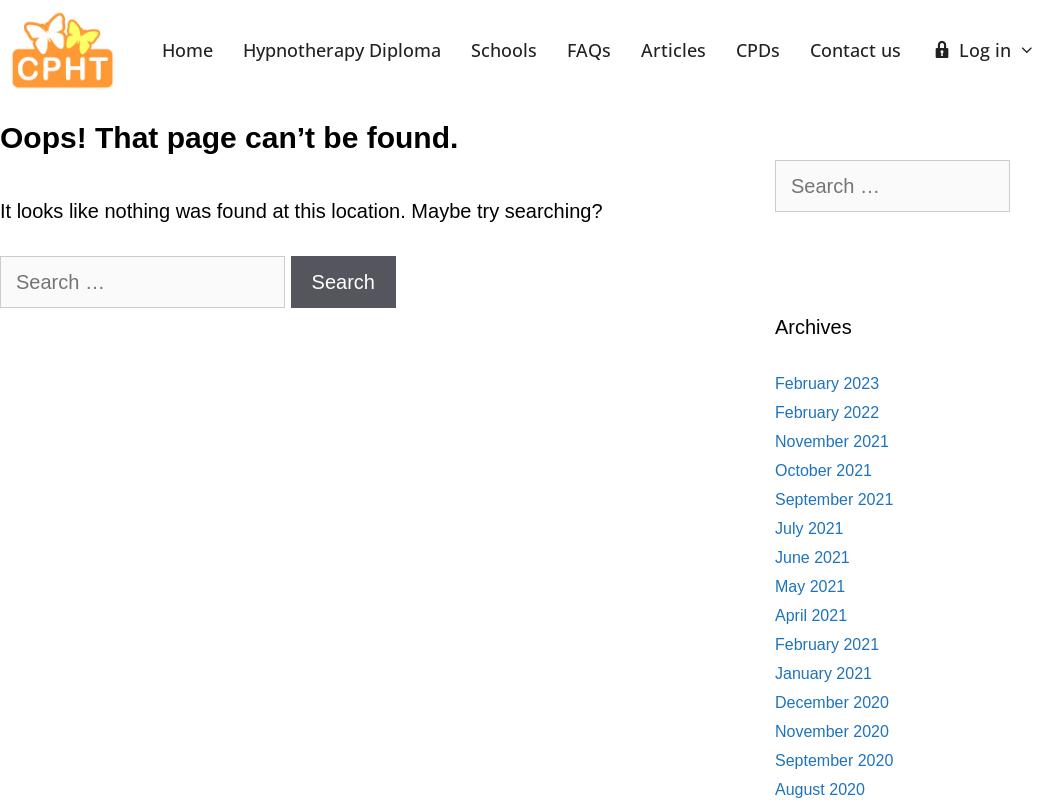 The height and width of the screenshot is (809, 1050). I want to click on 'April 2021', so click(810, 615).